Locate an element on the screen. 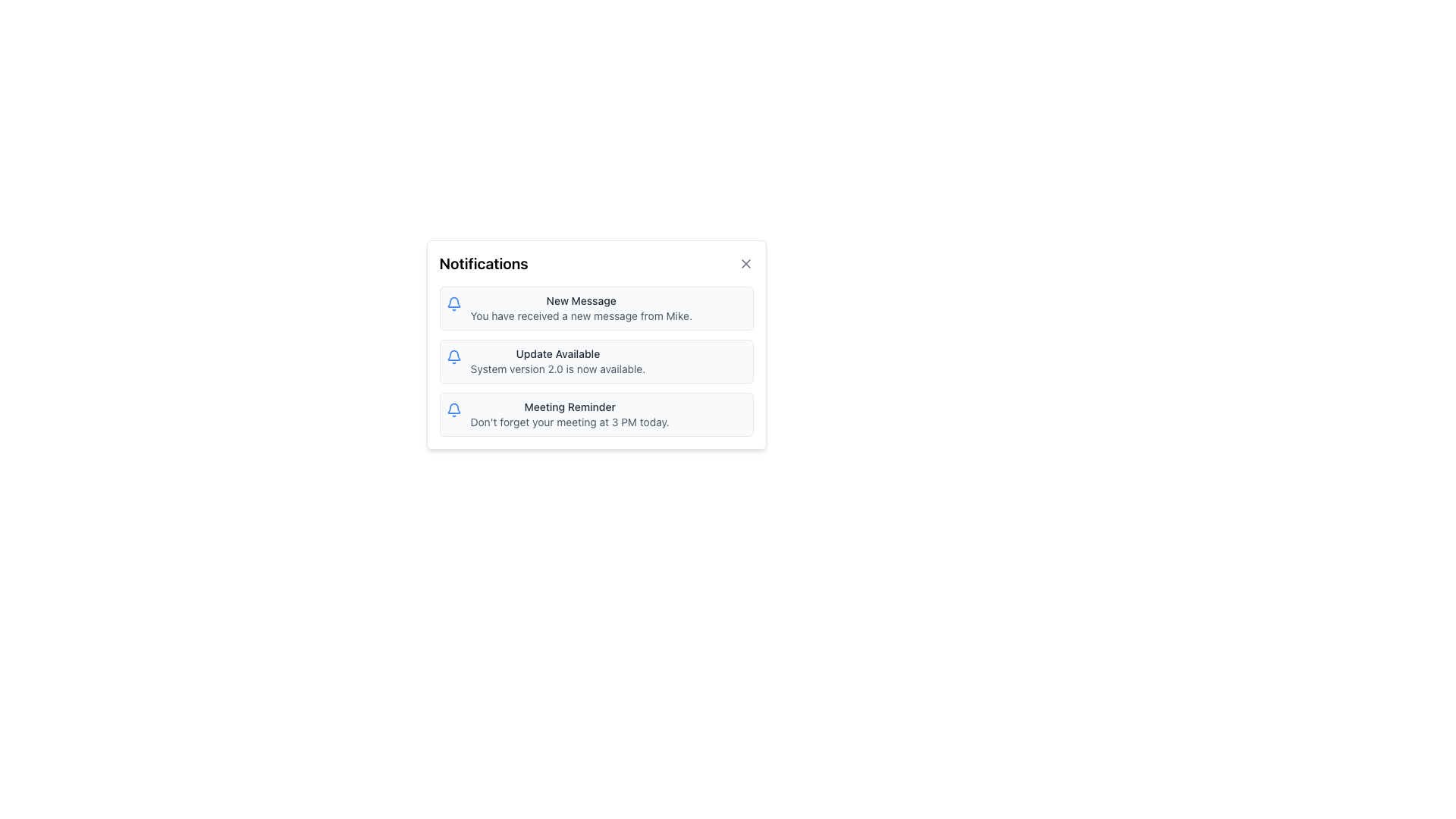 This screenshot has height=819, width=1456. the small 'X' icon in the top-right corner of the notification panel to change its color is located at coordinates (745, 262).